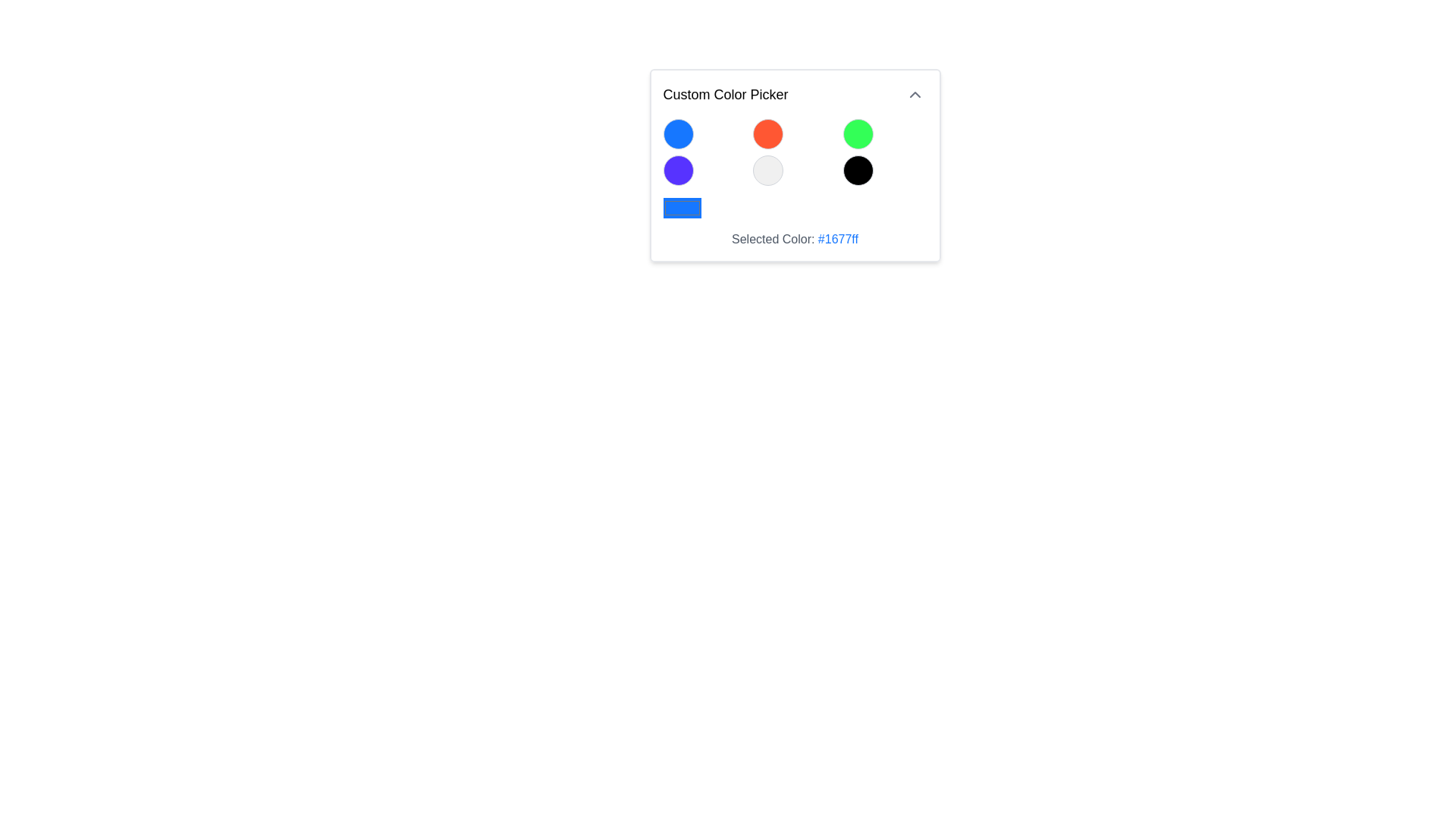  Describe the element at coordinates (724, 94) in the screenshot. I see `the Text label that serves as a header for the color selection interface, providing context for the section below it` at that location.